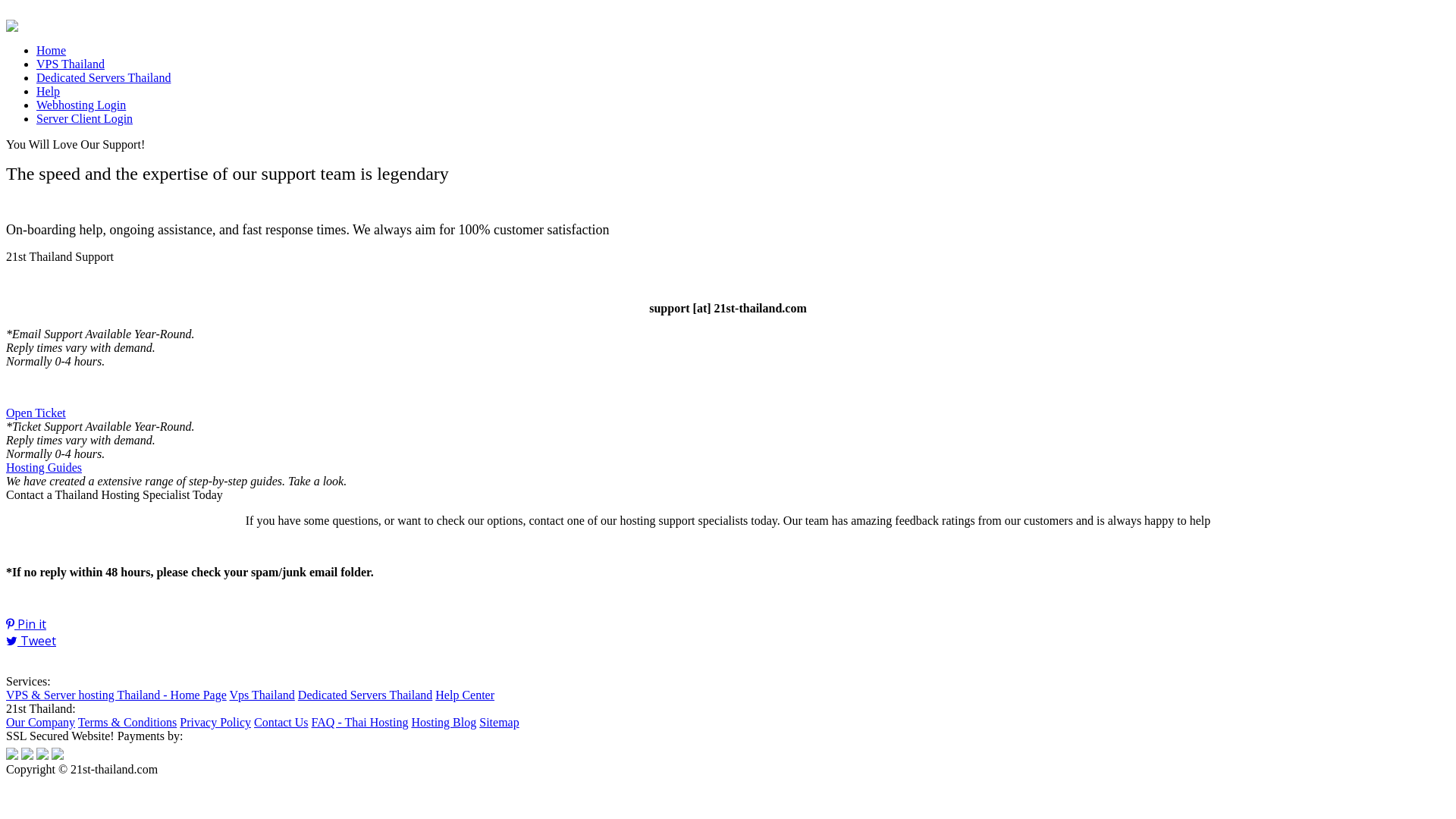  Describe the element at coordinates (498, 721) in the screenshot. I see `'Sitemap'` at that location.